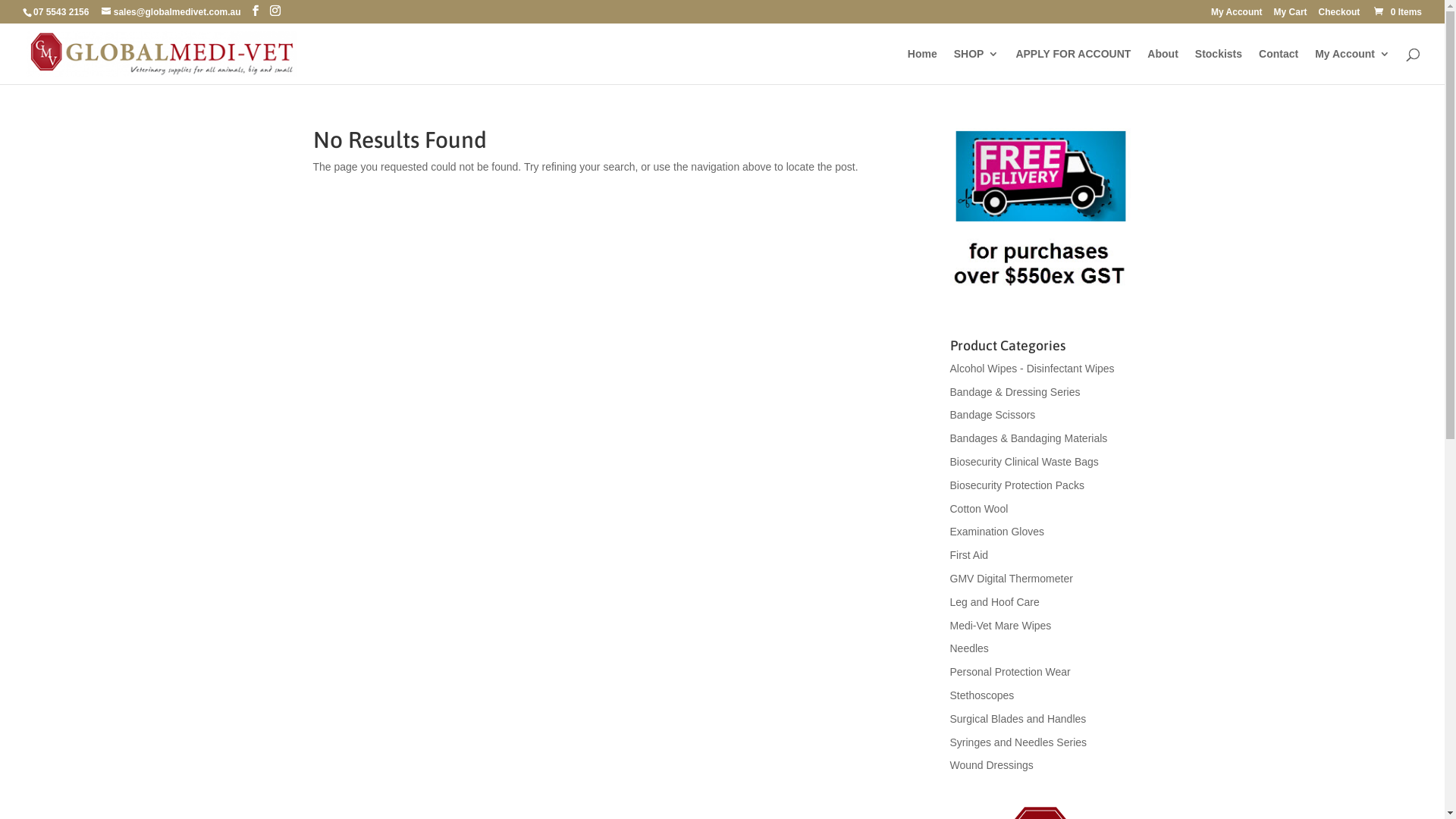 Image resolution: width=1456 pixels, height=819 pixels. What do you see at coordinates (1219, 65) in the screenshot?
I see `'Stockists'` at bounding box center [1219, 65].